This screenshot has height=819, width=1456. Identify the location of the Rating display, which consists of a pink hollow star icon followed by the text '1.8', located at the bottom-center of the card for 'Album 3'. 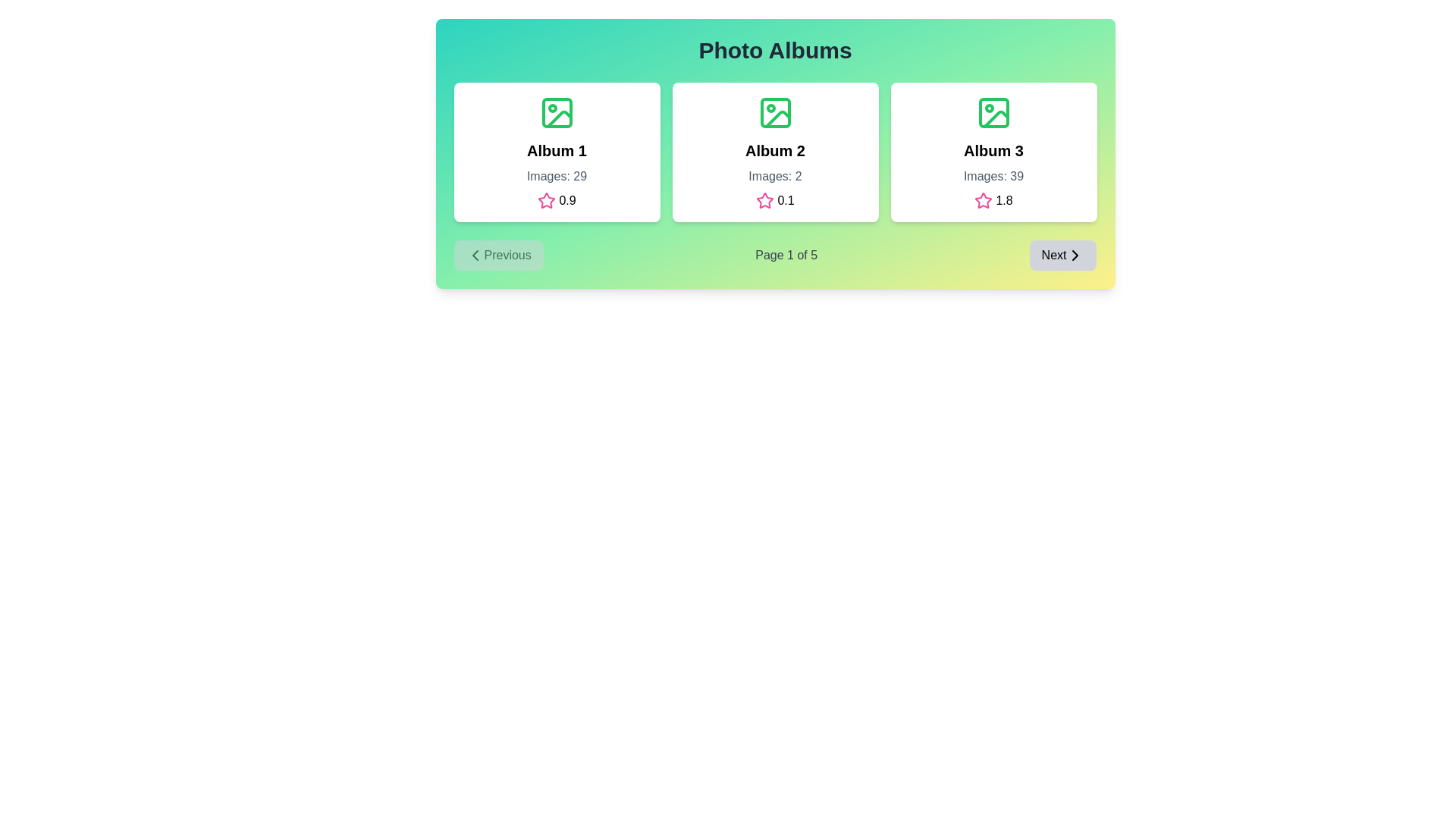
(993, 200).